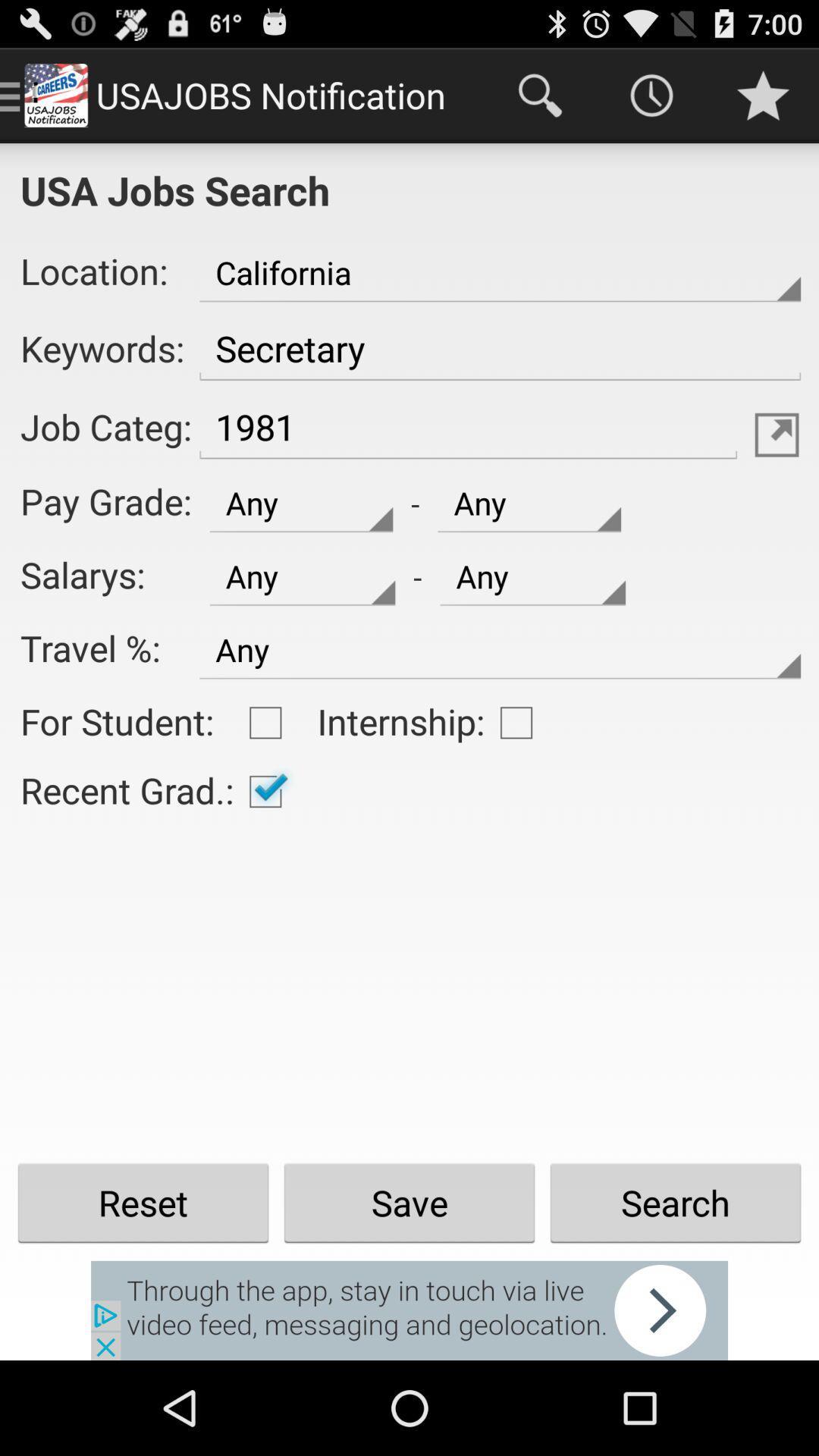 This screenshot has height=1456, width=819. I want to click on send mail, so click(777, 434).